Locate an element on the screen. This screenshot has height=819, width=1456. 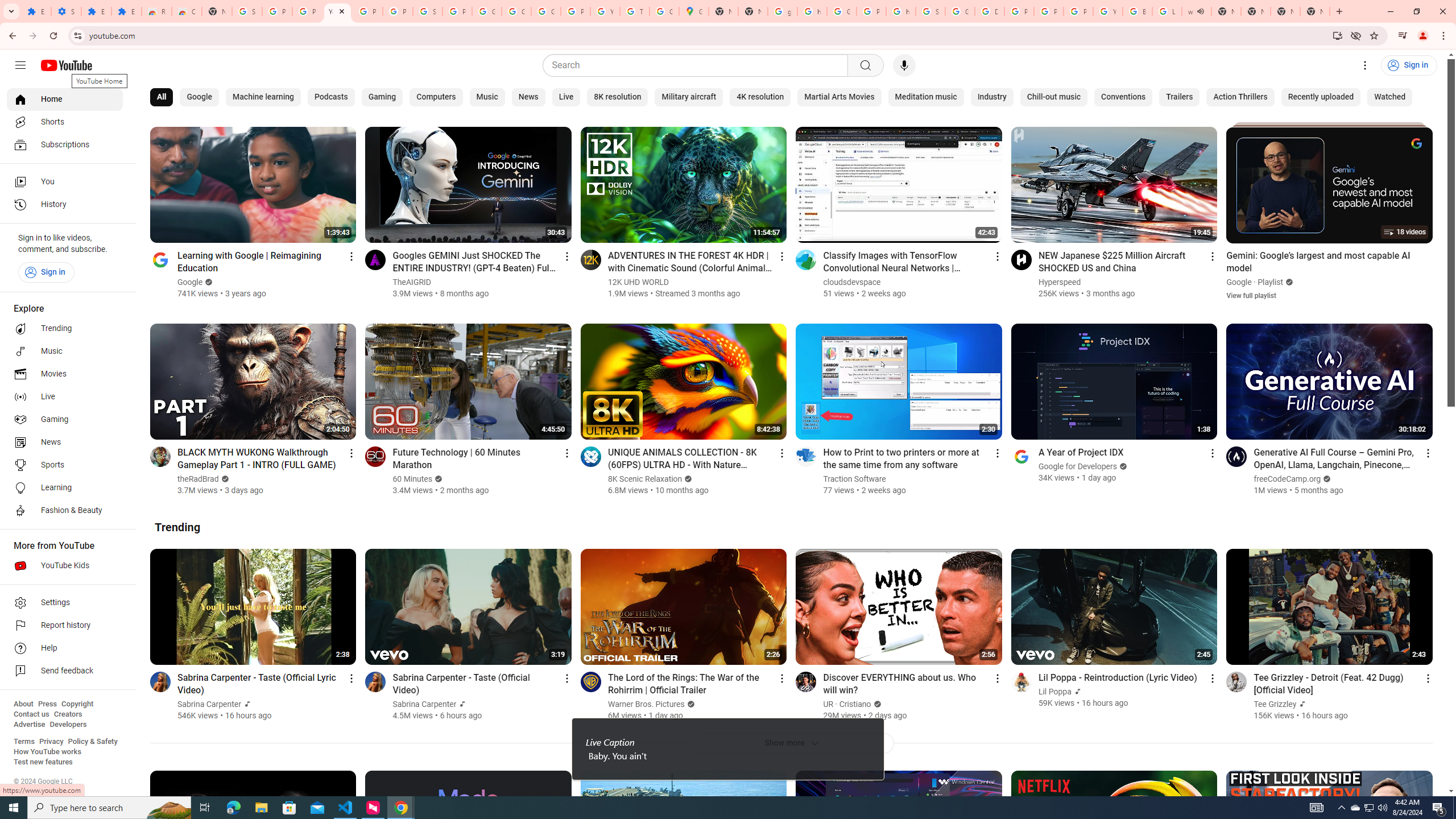
'Learning' is located at coordinates (64, 487).